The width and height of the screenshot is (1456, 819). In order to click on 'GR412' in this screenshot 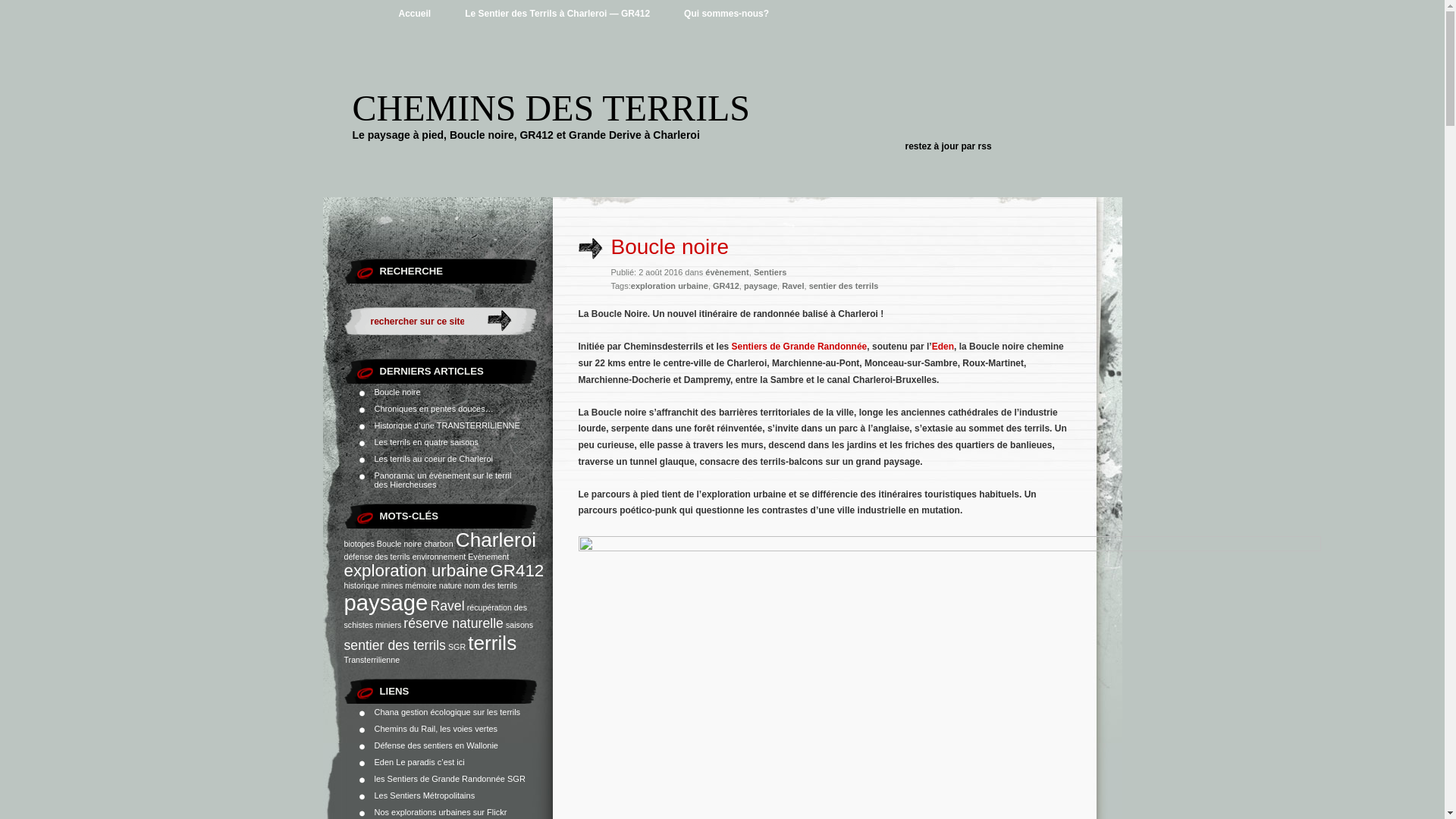, I will do `click(725, 286)`.